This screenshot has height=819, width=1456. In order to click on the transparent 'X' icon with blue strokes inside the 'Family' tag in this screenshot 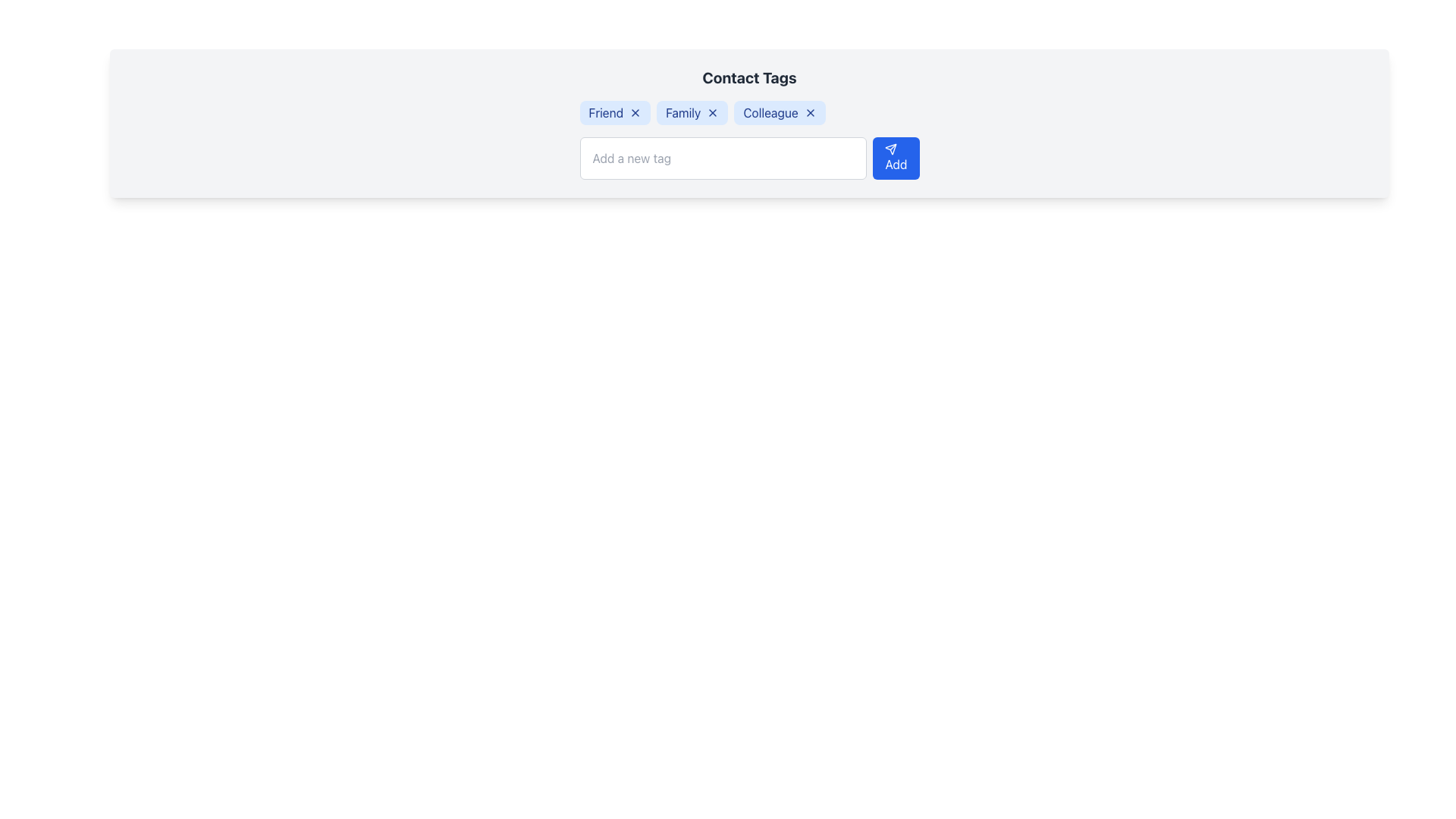, I will do `click(712, 112)`.